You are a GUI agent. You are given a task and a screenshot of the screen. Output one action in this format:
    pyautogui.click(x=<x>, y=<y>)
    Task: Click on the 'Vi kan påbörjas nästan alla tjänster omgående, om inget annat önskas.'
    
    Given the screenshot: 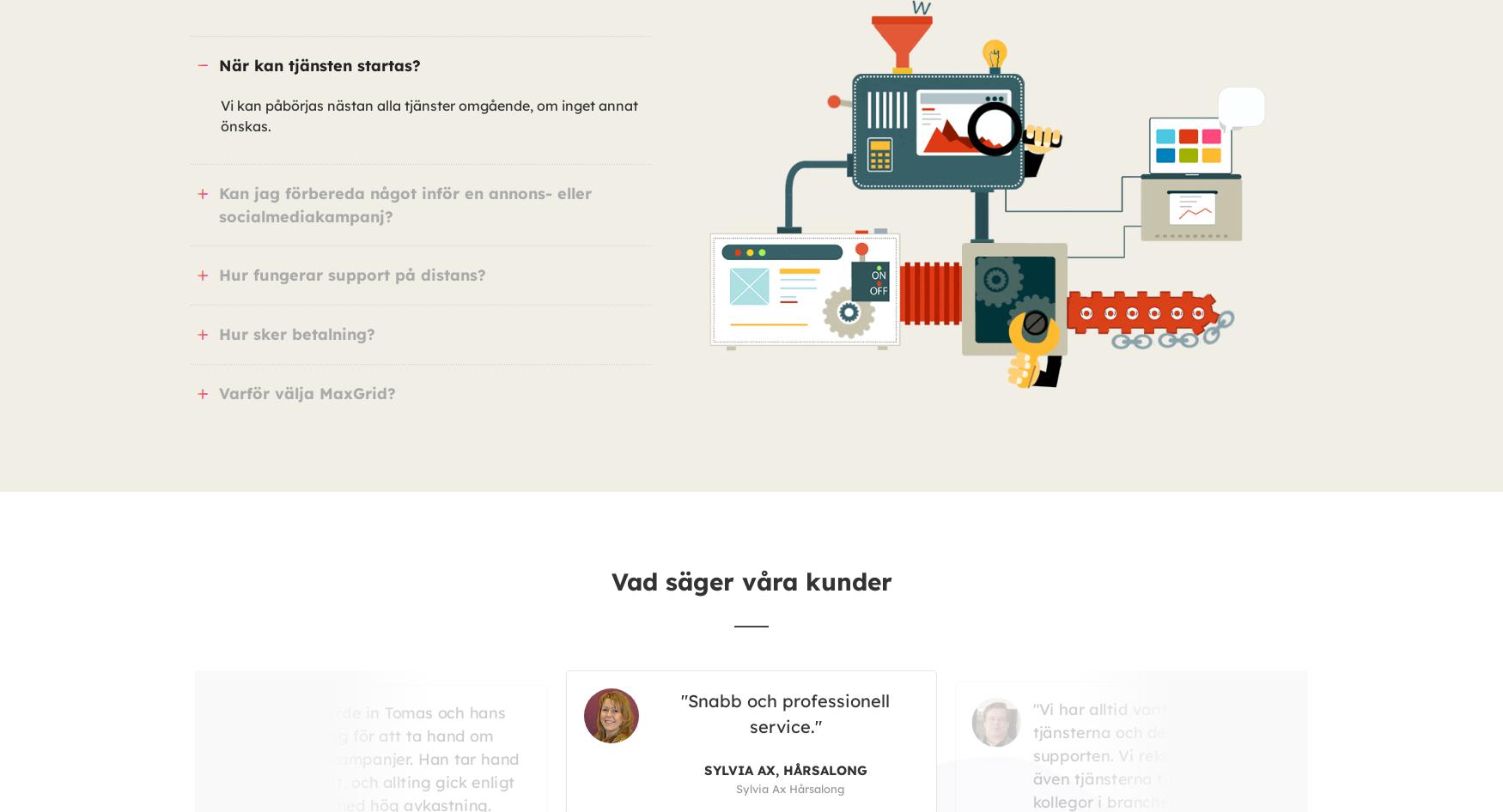 What is the action you would take?
    pyautogui.click(x=429, y=114)
    